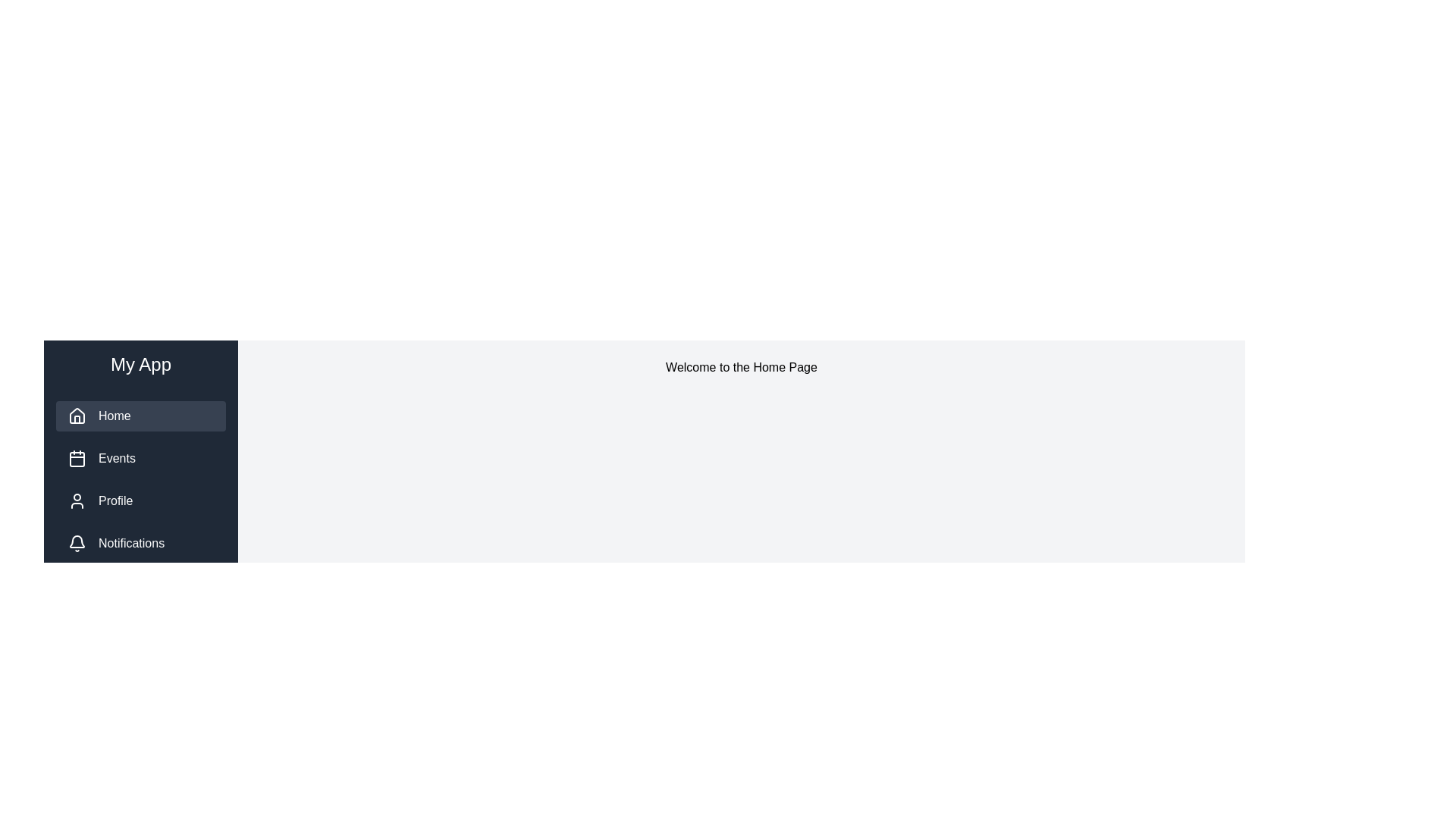  I want to click on the 'Profile' menu option in the left side navigation panel, so click(115, 500).